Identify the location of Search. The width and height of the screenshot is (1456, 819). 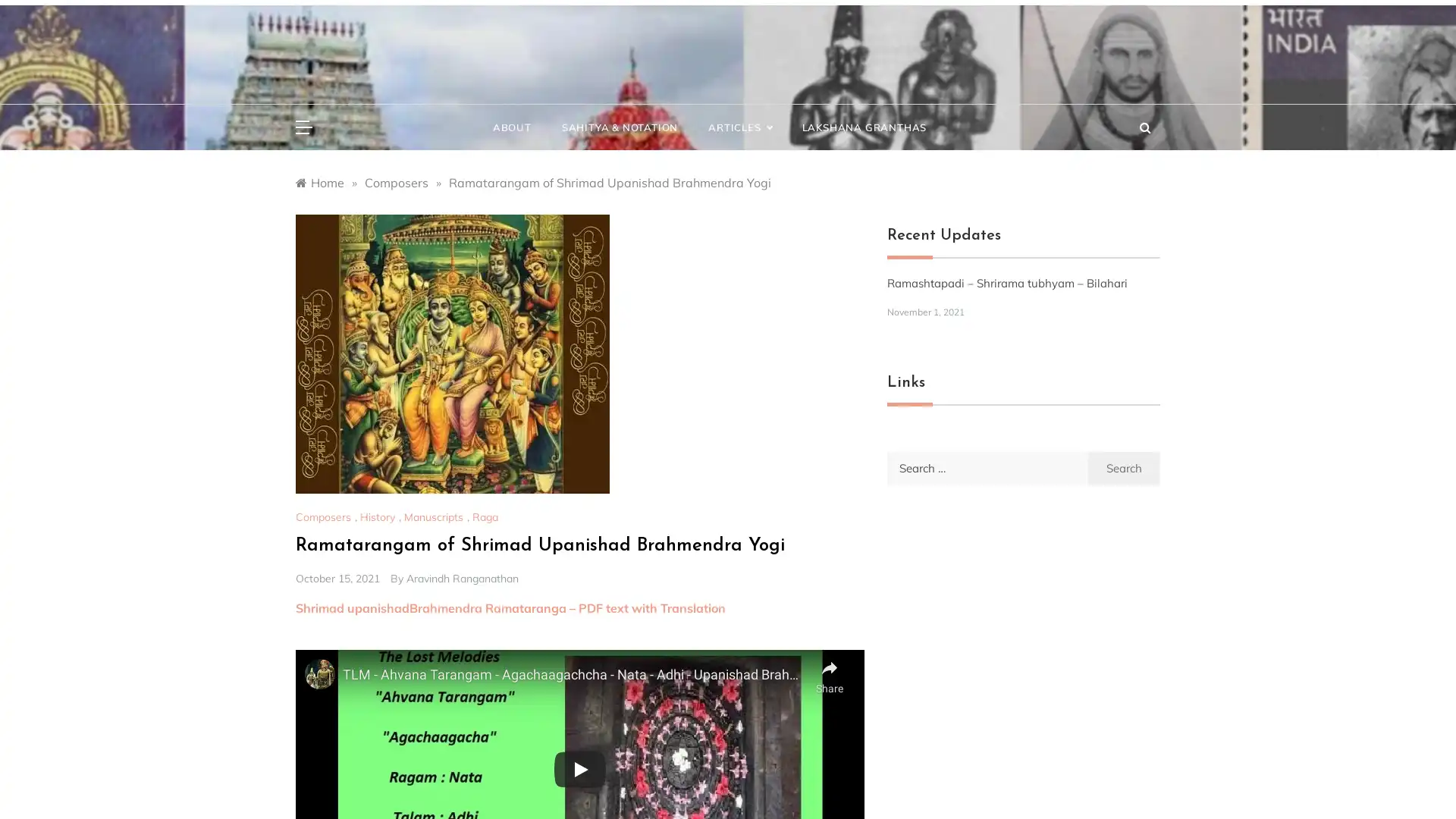
(1124, 466).